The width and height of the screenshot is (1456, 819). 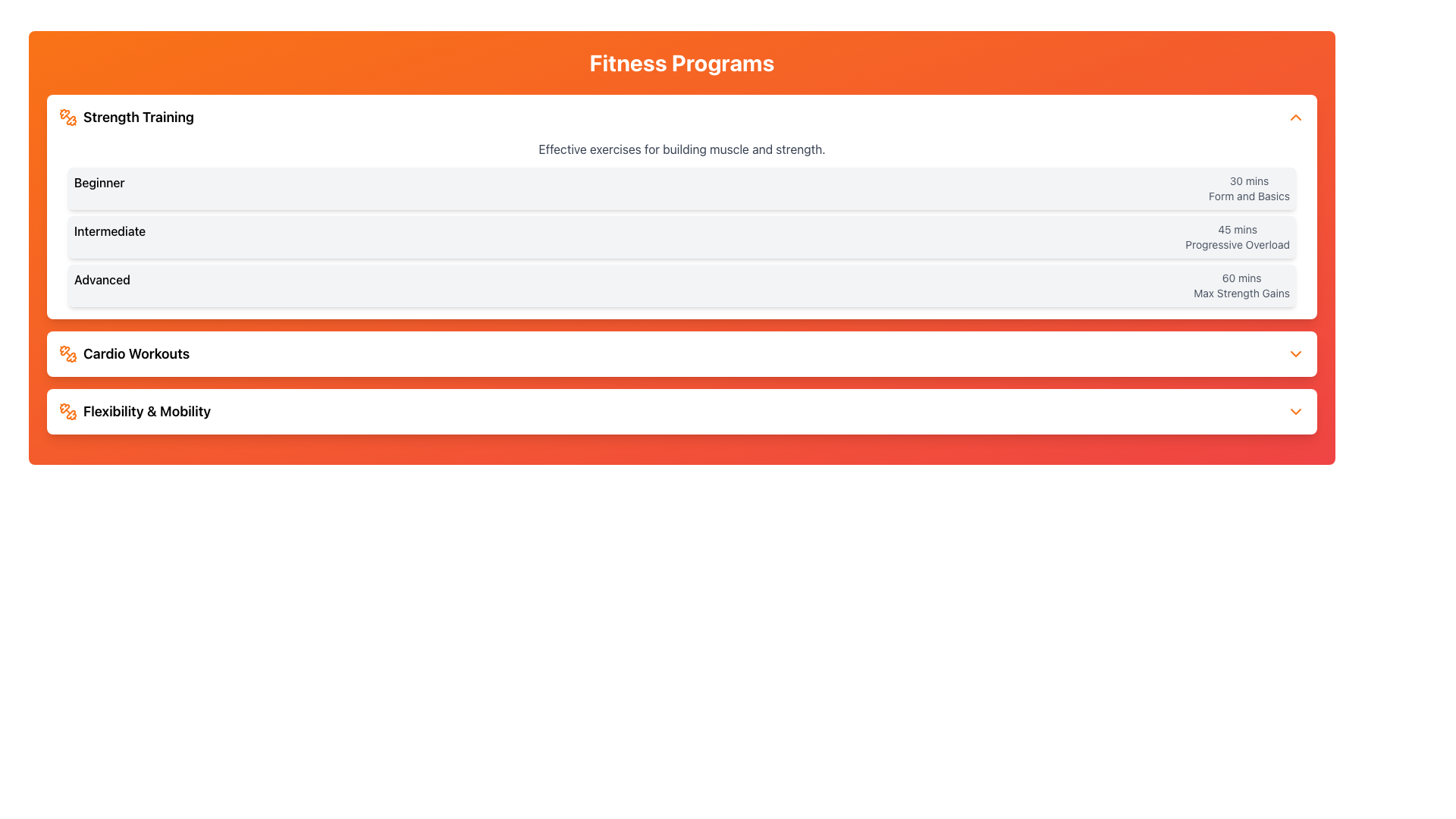 I want to click on the 'Strength Training' icon located at the top of the 'Strength Training' section, so click(x=67, y=116).